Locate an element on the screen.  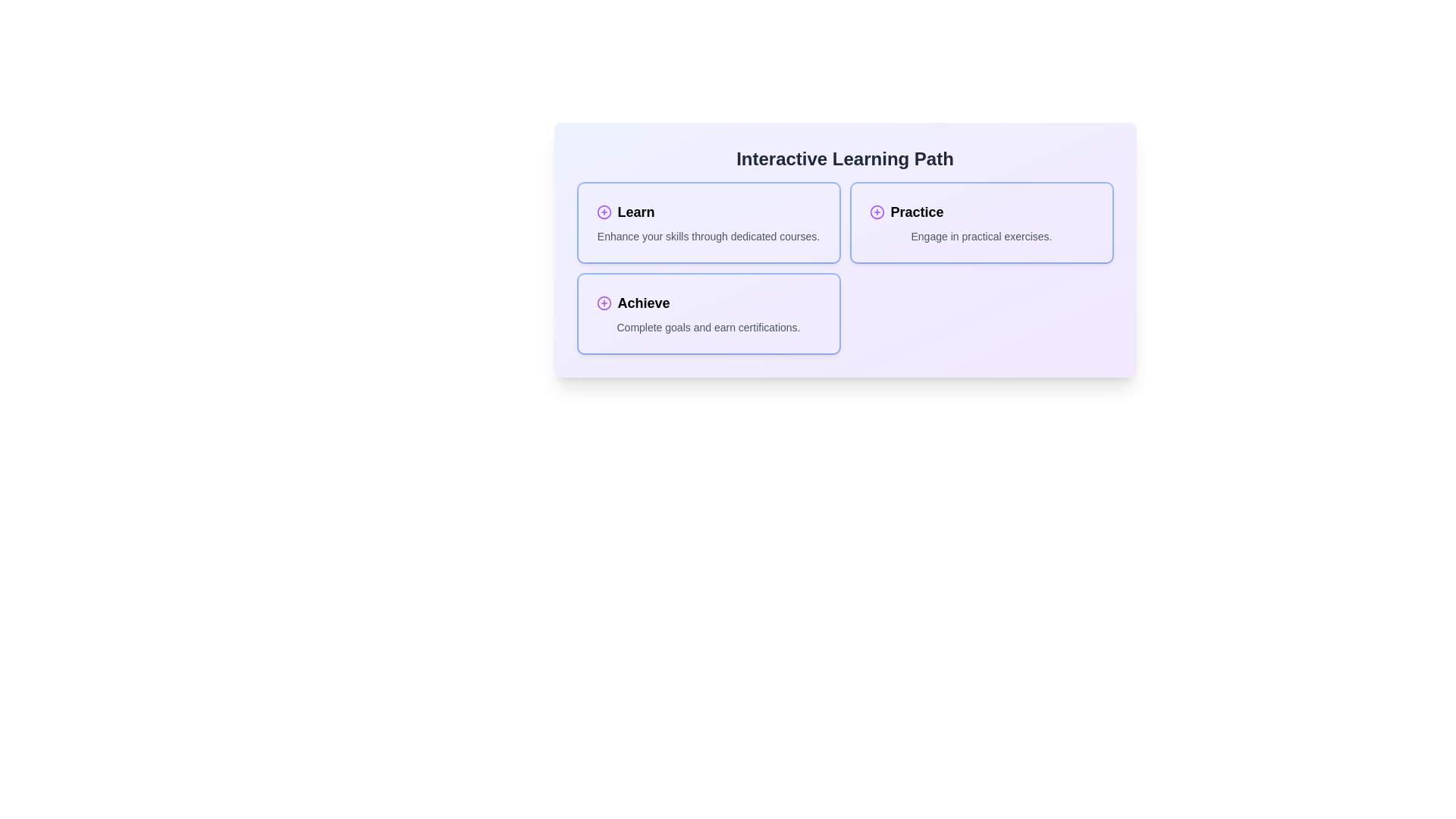
the decorative SVG Circle that is positioned to the left of the 'Achieve' text is located at coordinates (603, 303).